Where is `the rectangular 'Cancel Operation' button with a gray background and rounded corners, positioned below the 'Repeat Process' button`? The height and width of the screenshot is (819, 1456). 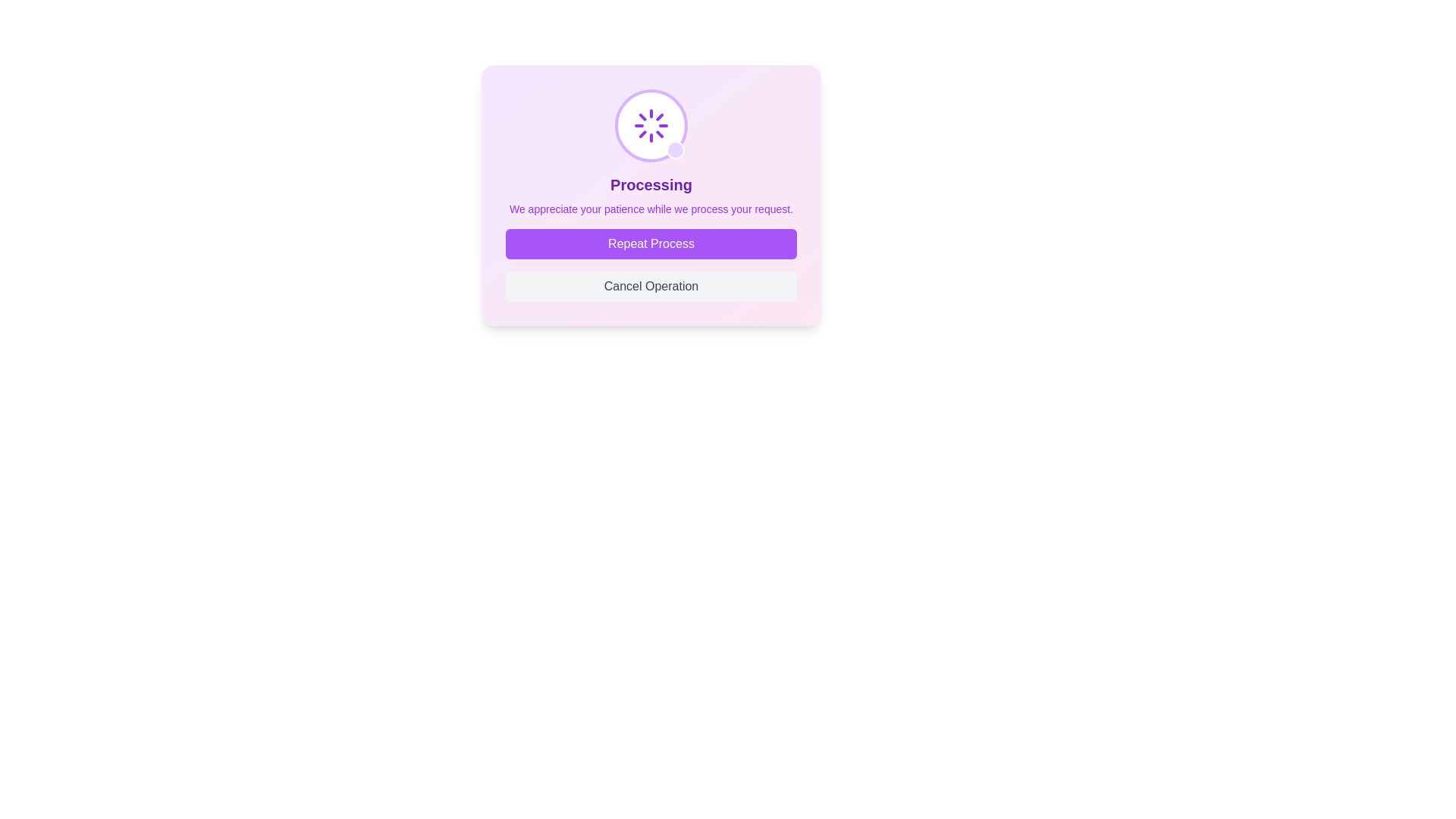
the rectangular 'Cancel Operation' button with a gray background and rounded corners, positioned below the 'Repeat Process' button is located at coordinates (651, 287).